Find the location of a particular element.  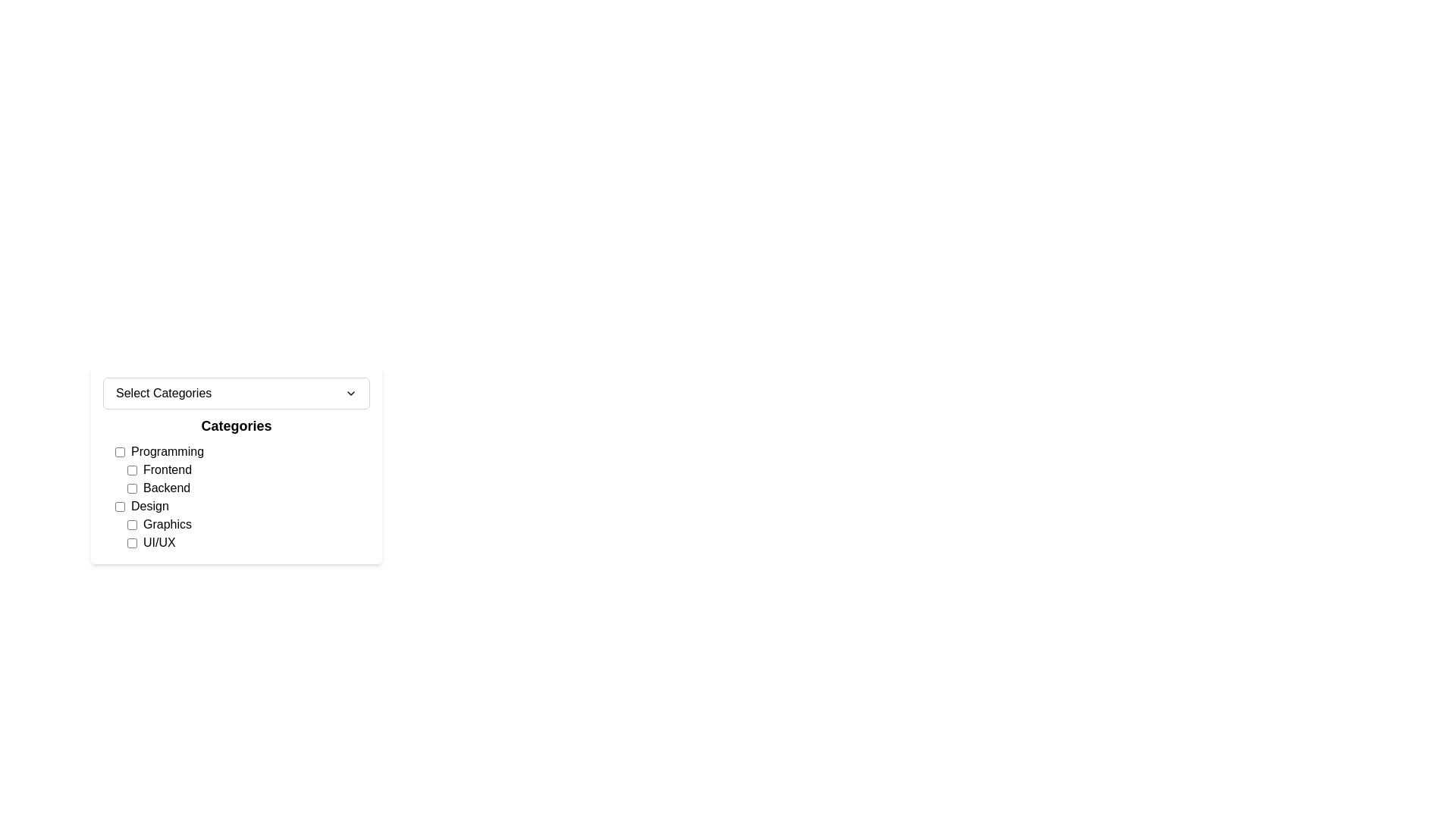

the checkbox located to the left of the 'Design' label in the vertical list is located at coordinates (119, 506).